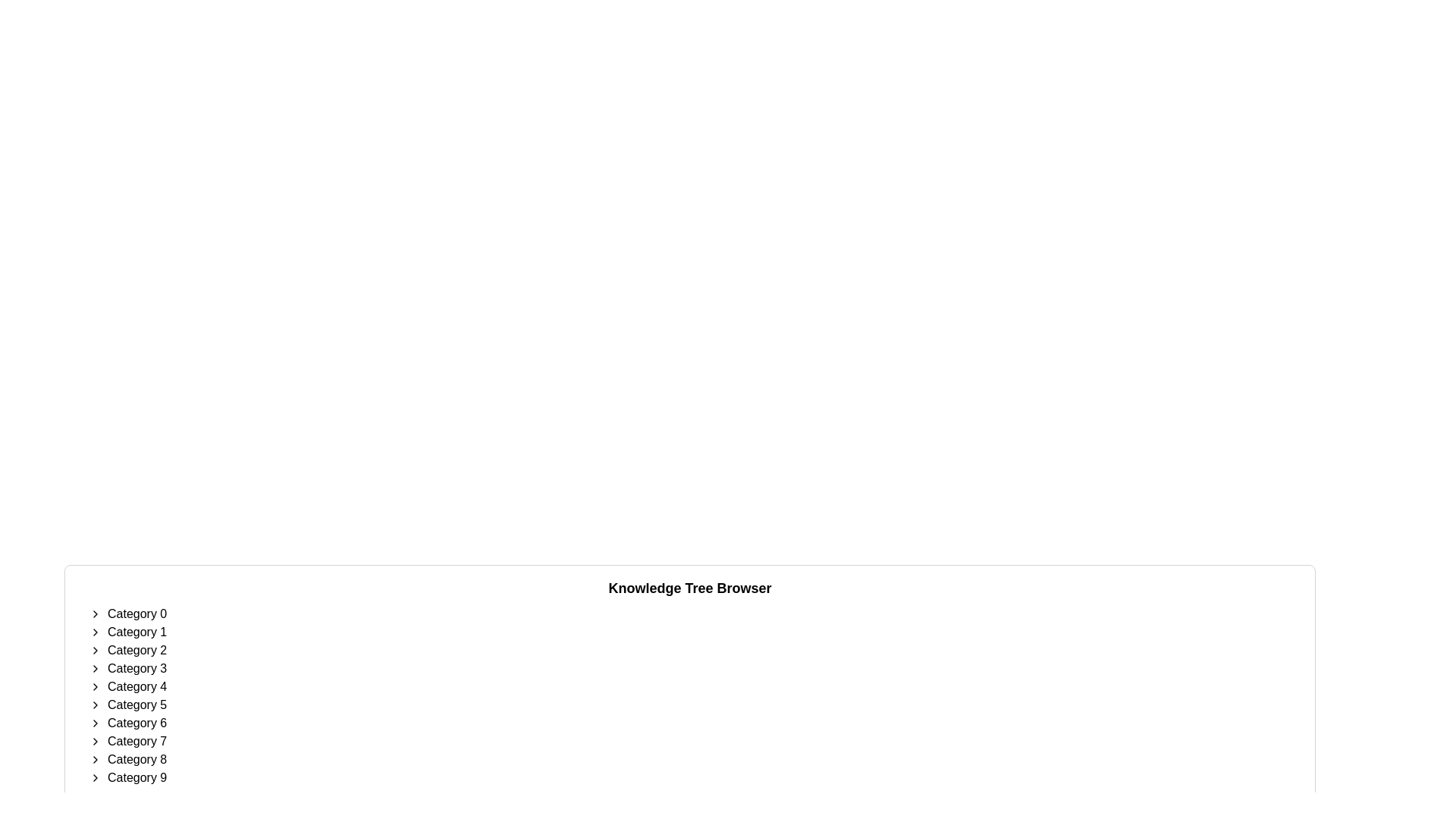  What do you see at coordinates (94, 741) in the screenshot?
I see `the small right-pointing arrow icon located to the left of the text 'Category 7'` at bounding box center [94, 741].